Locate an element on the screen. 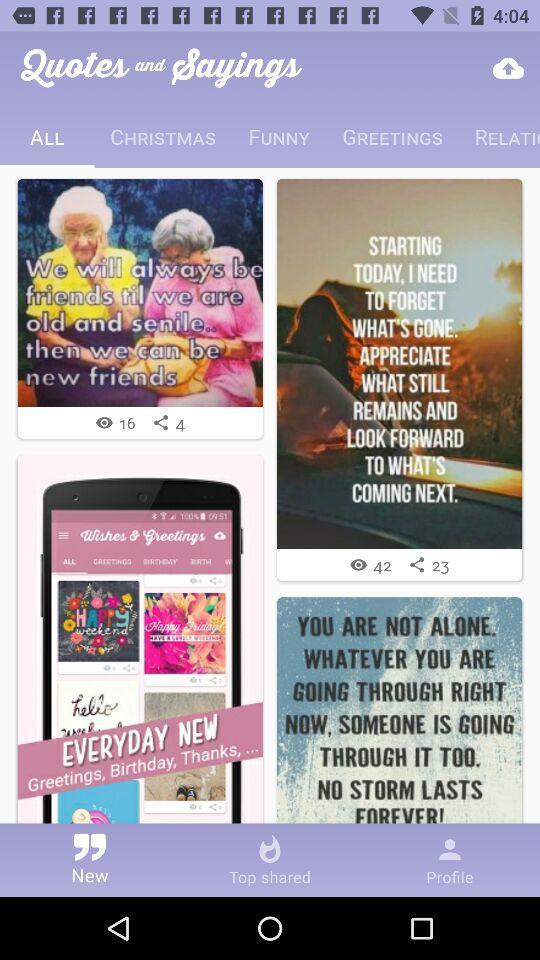  image with phrase is located at coordinates (399, 720).